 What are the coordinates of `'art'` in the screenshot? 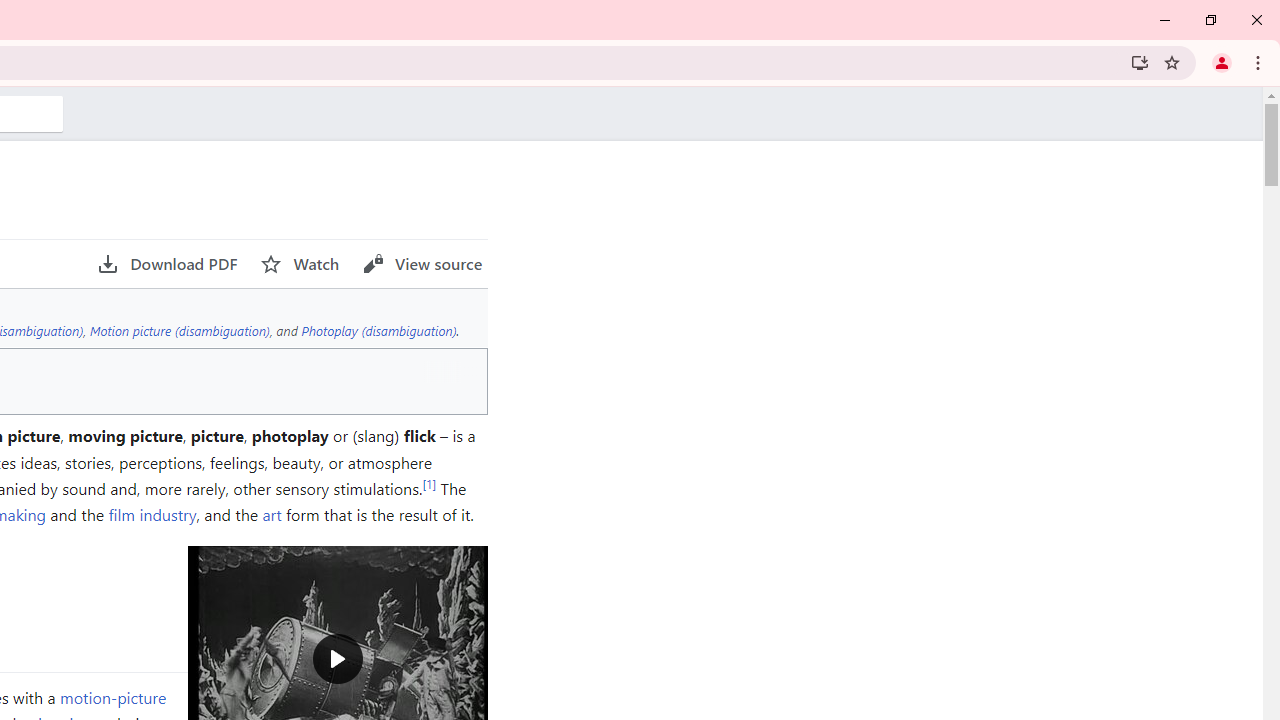 It's located at (271, 514).